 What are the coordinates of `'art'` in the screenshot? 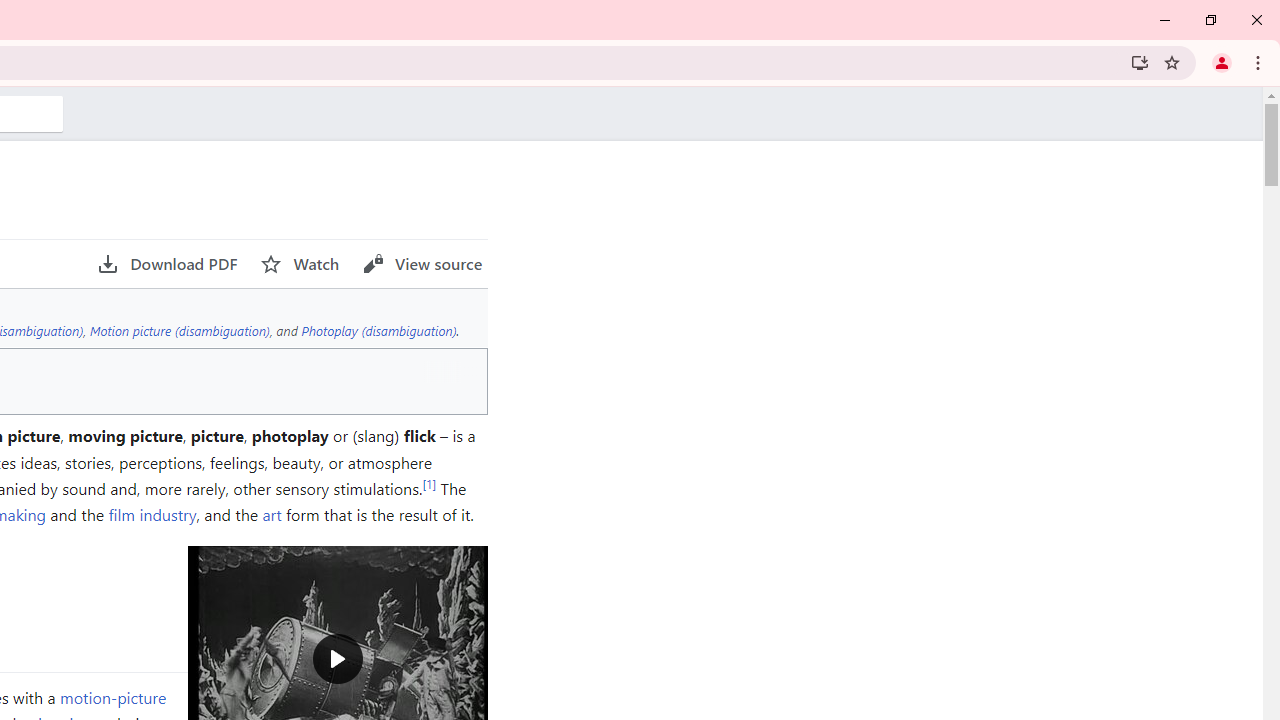 It's located at (271, 514).